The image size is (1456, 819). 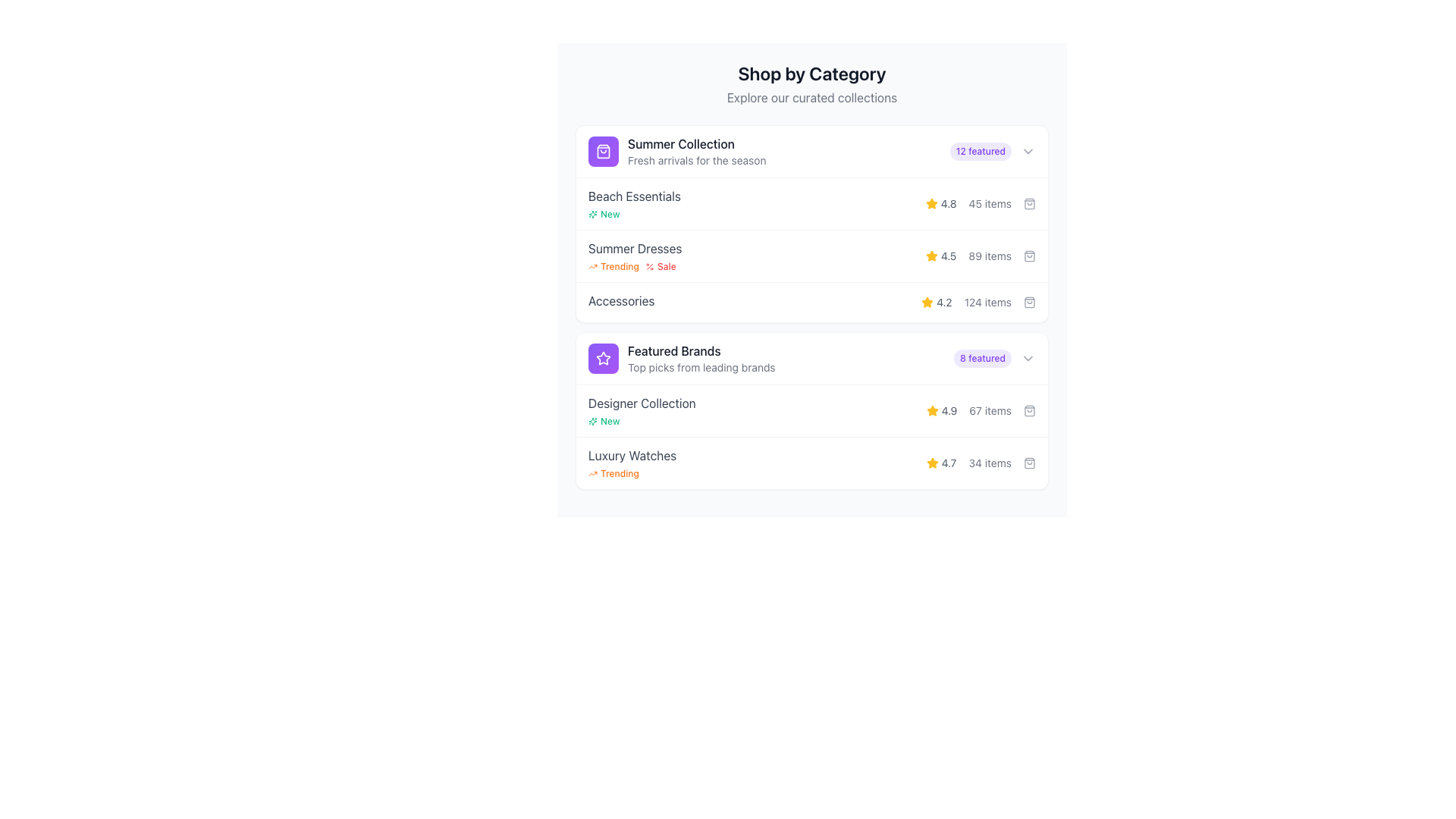 What do you see at coordinates (990, 203) in the screenshot?
I see `and acknowledge the text content of the Text Label indicating the quantity of items available for 'Beach Essentials', located to the right of the star icon and the numerical rating (4.8) in the 'Summer Collection' section` at bounding box center [990, 203].